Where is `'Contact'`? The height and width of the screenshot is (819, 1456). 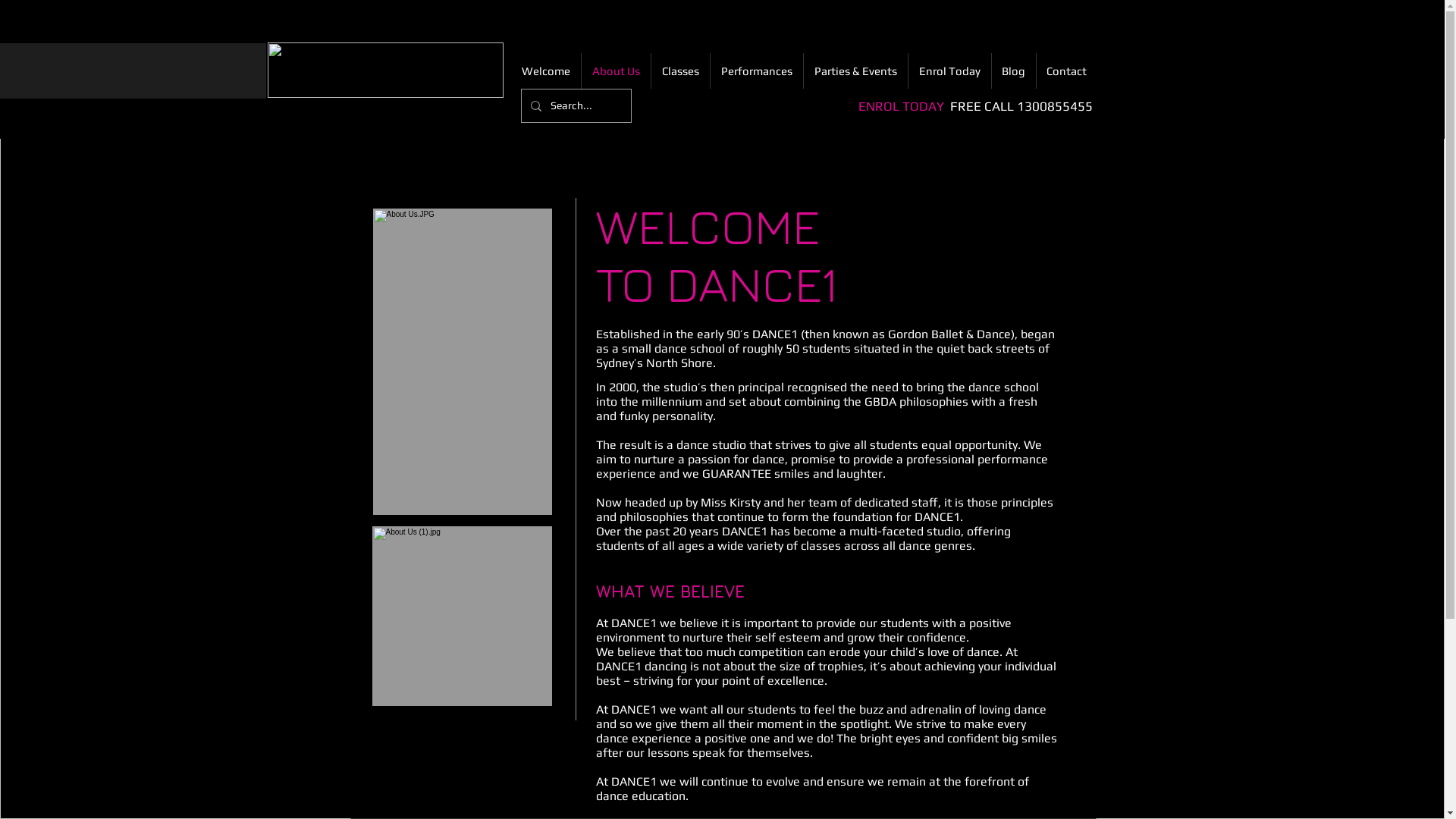
'Contact' is located at coordinates (1065, 71).